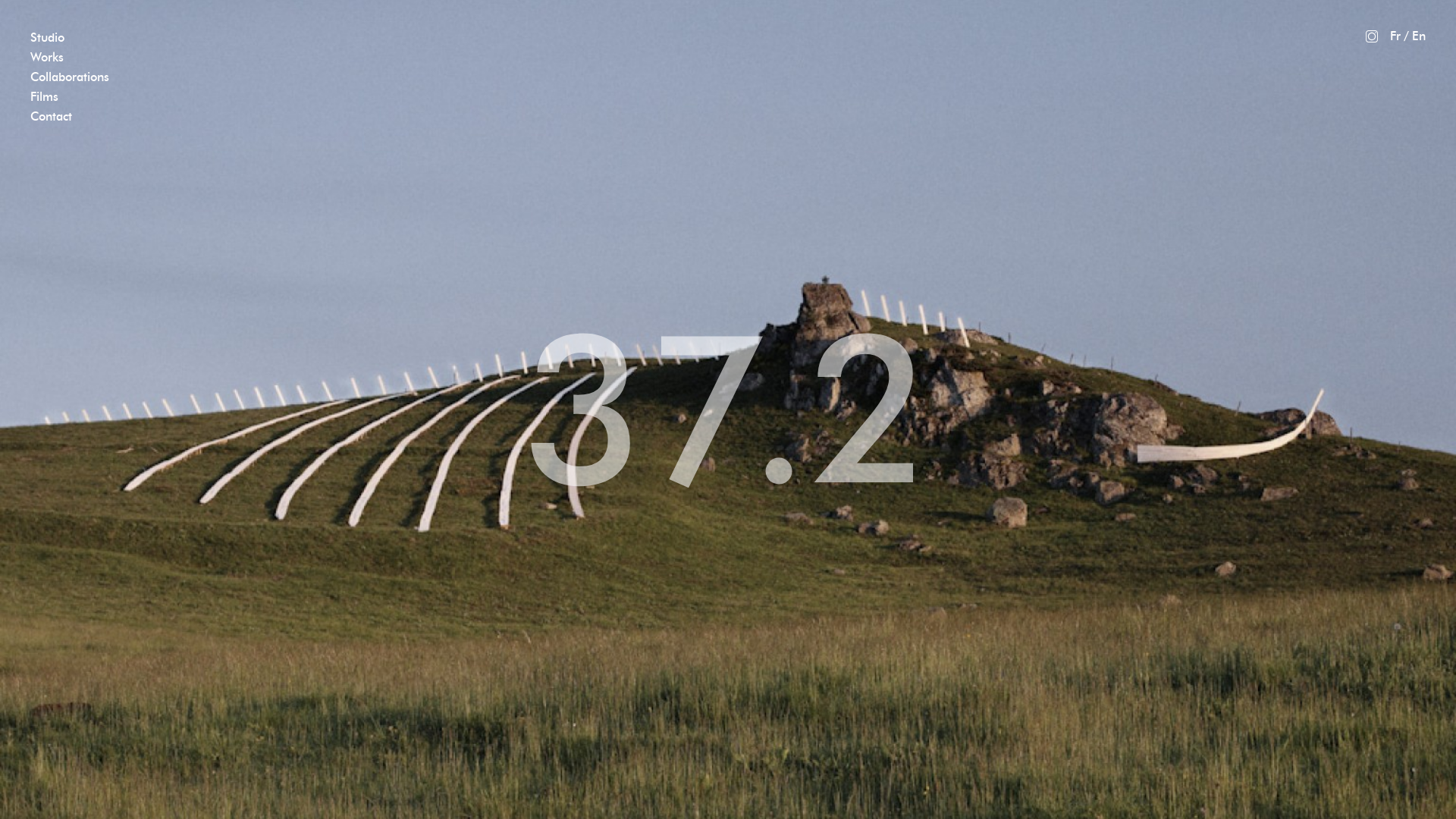 This screenshot has width=1456, height=819. Describe the element at coordinates (1418, 35) in the screenshot. I see `'En'` at that location.